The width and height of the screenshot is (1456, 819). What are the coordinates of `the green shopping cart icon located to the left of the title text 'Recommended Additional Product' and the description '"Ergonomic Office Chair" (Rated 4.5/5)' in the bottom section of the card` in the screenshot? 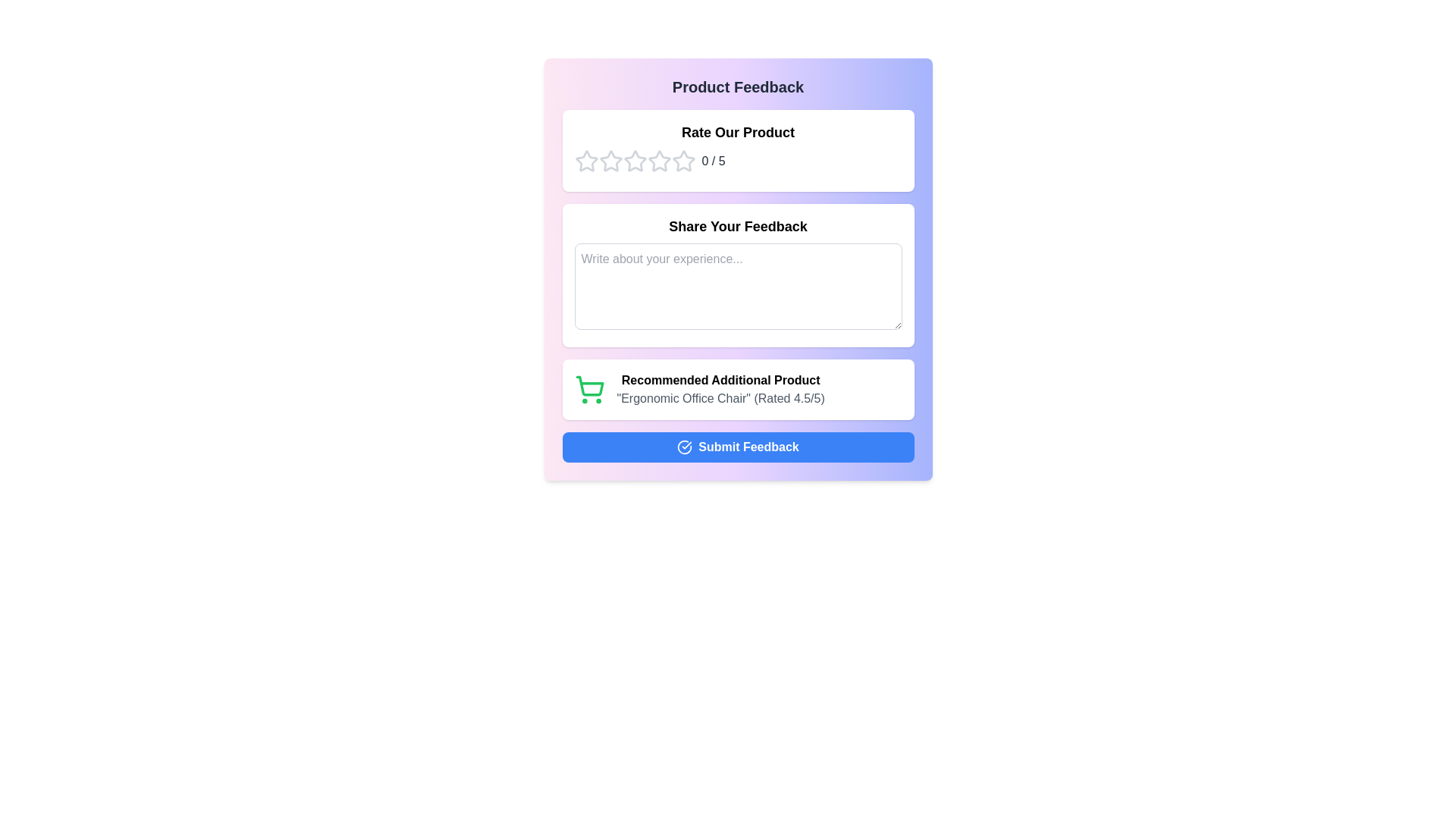 It's located at (588, 388).